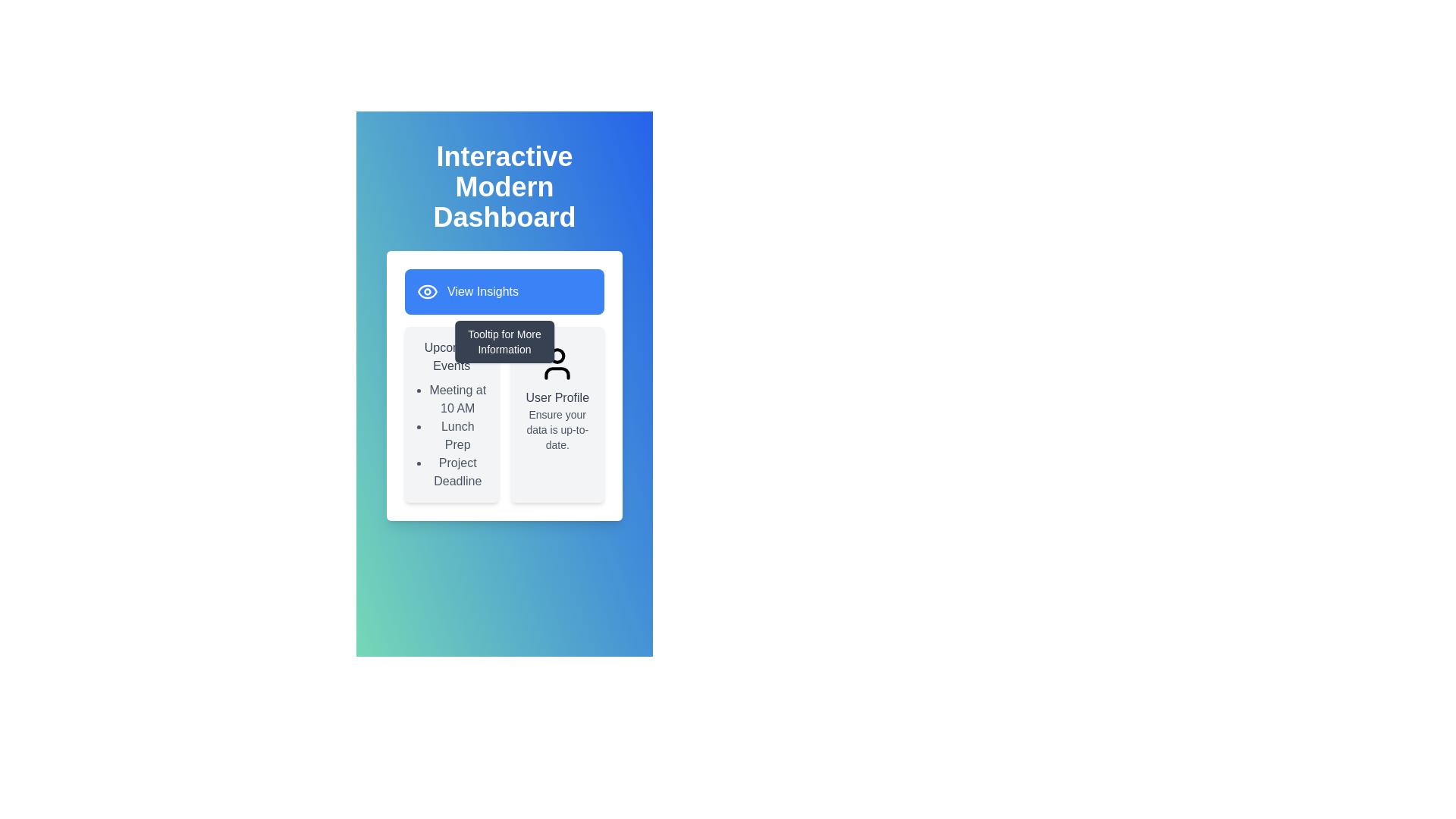 Image resolution: width=1456 pixels, height=819 pixels. Describe the element at coordinates (457, 472) in the screenshot. I see `the 'Project Deadline' text label, which is the third item in the bulleted list titled 'Upcoming Events' within a card layout` at that location.